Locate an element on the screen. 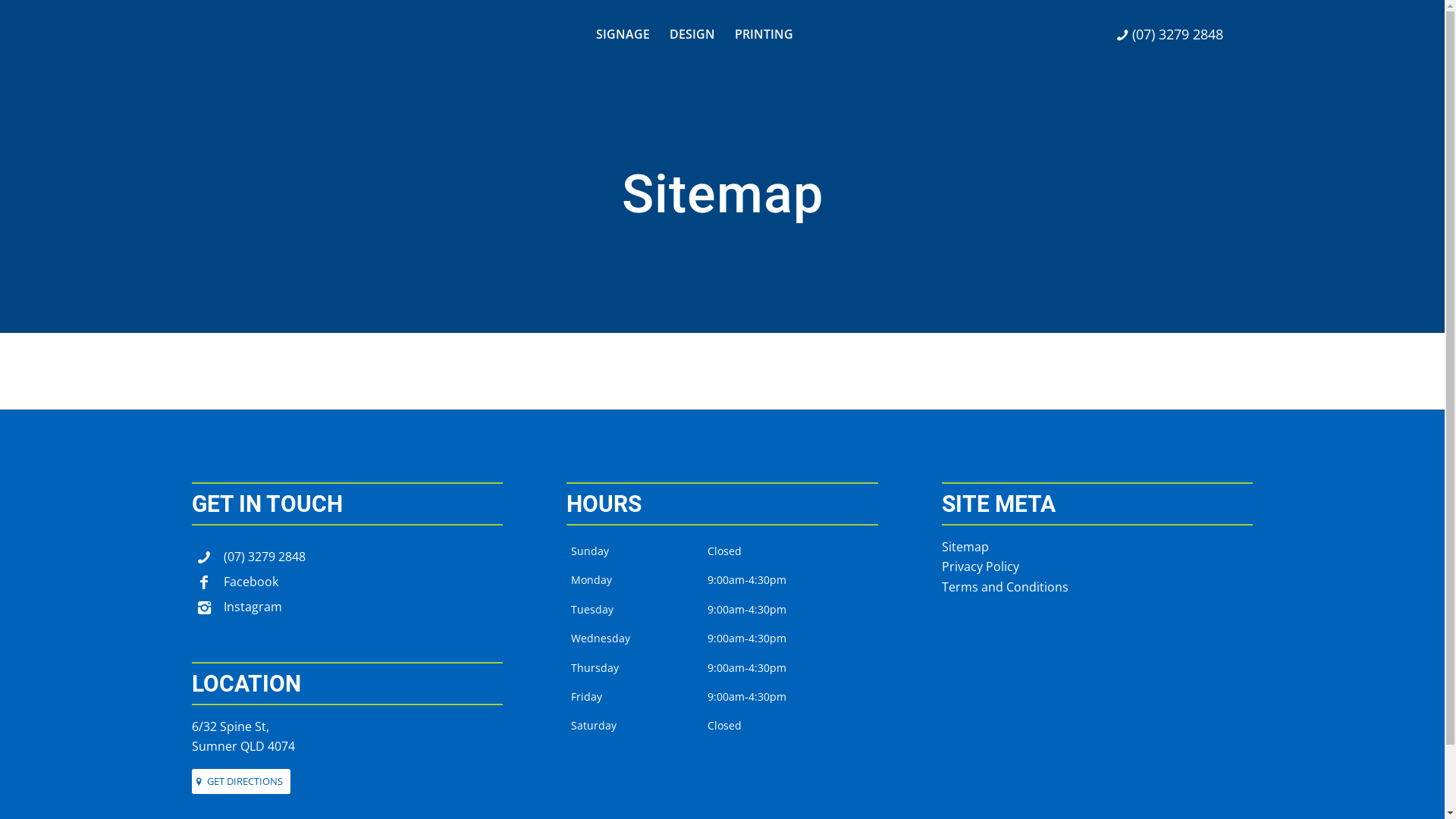 Image resolution: width=1456 pixels, height=819 pixels. 'Sitemap' is located at coordinates (964, 547).